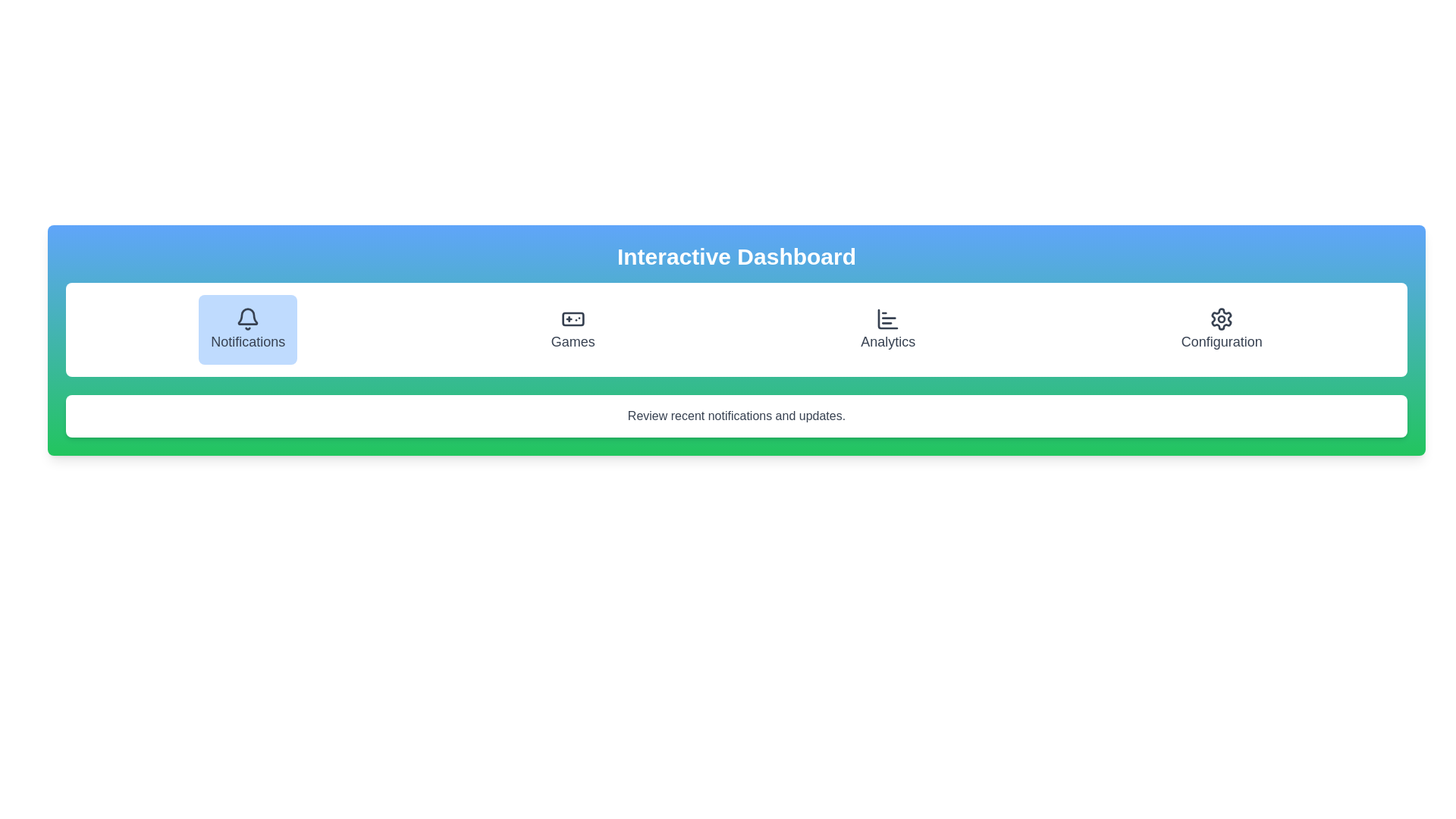 The height and width of the screenshot is (819, 1456). Describe the element at coordinates (247, 329) in the screenshot. I see `the tab corresponding to Notifications` at that location.